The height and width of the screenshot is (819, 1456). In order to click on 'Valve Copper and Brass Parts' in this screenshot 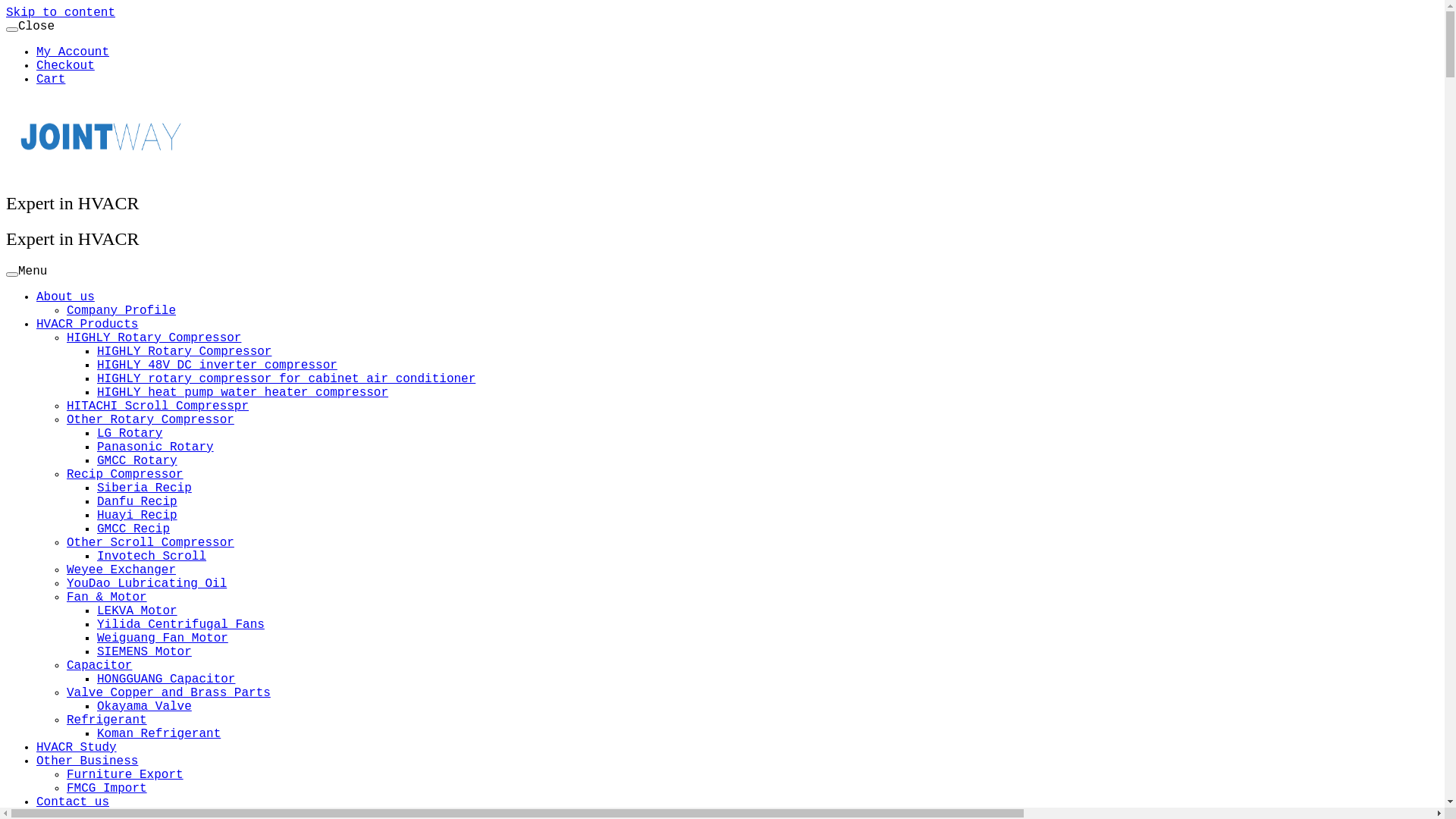, I will do `click(168, 693)`.